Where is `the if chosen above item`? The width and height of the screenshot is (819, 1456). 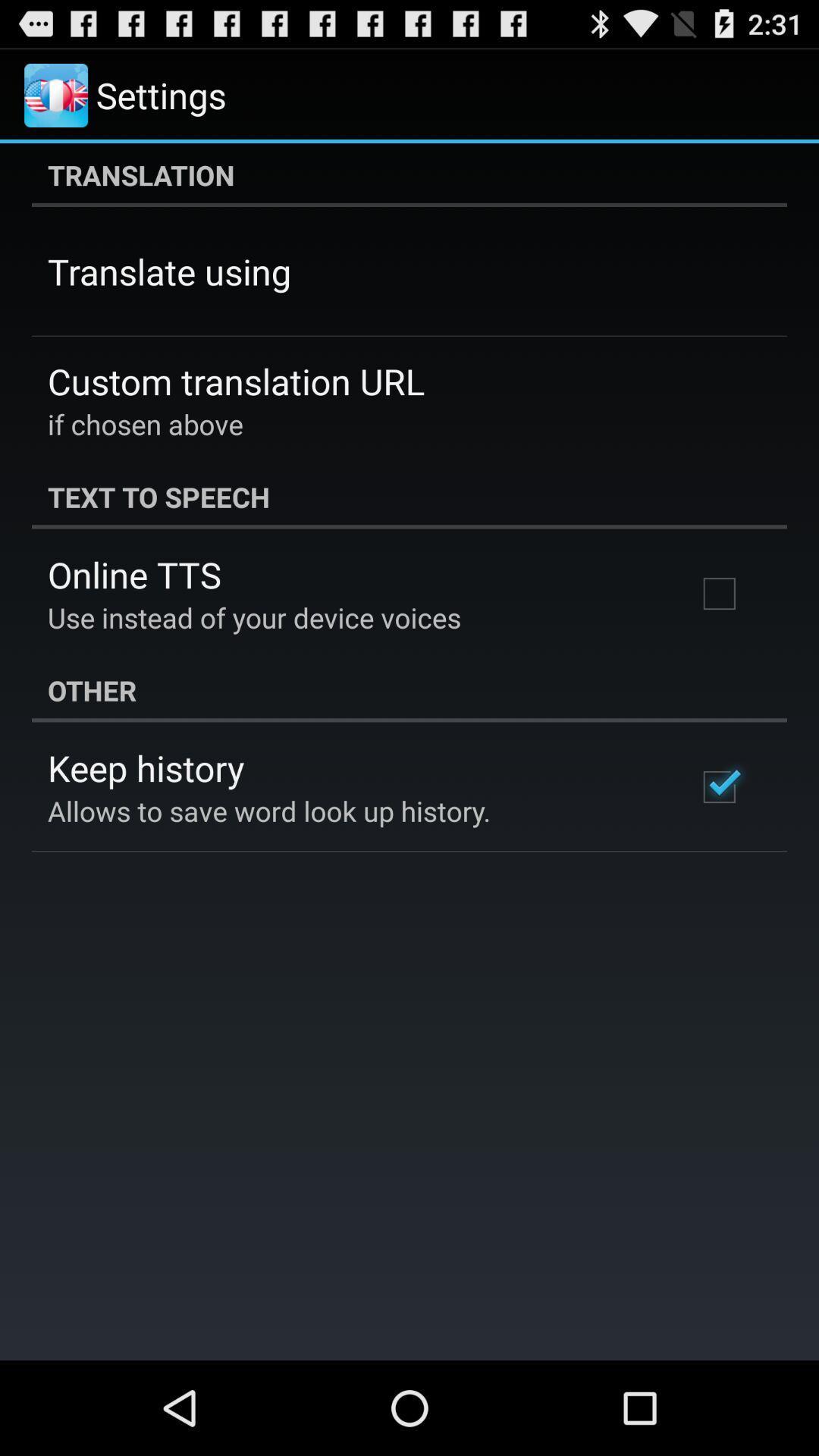 the if chosen above item is located at coordinates (146, 424).